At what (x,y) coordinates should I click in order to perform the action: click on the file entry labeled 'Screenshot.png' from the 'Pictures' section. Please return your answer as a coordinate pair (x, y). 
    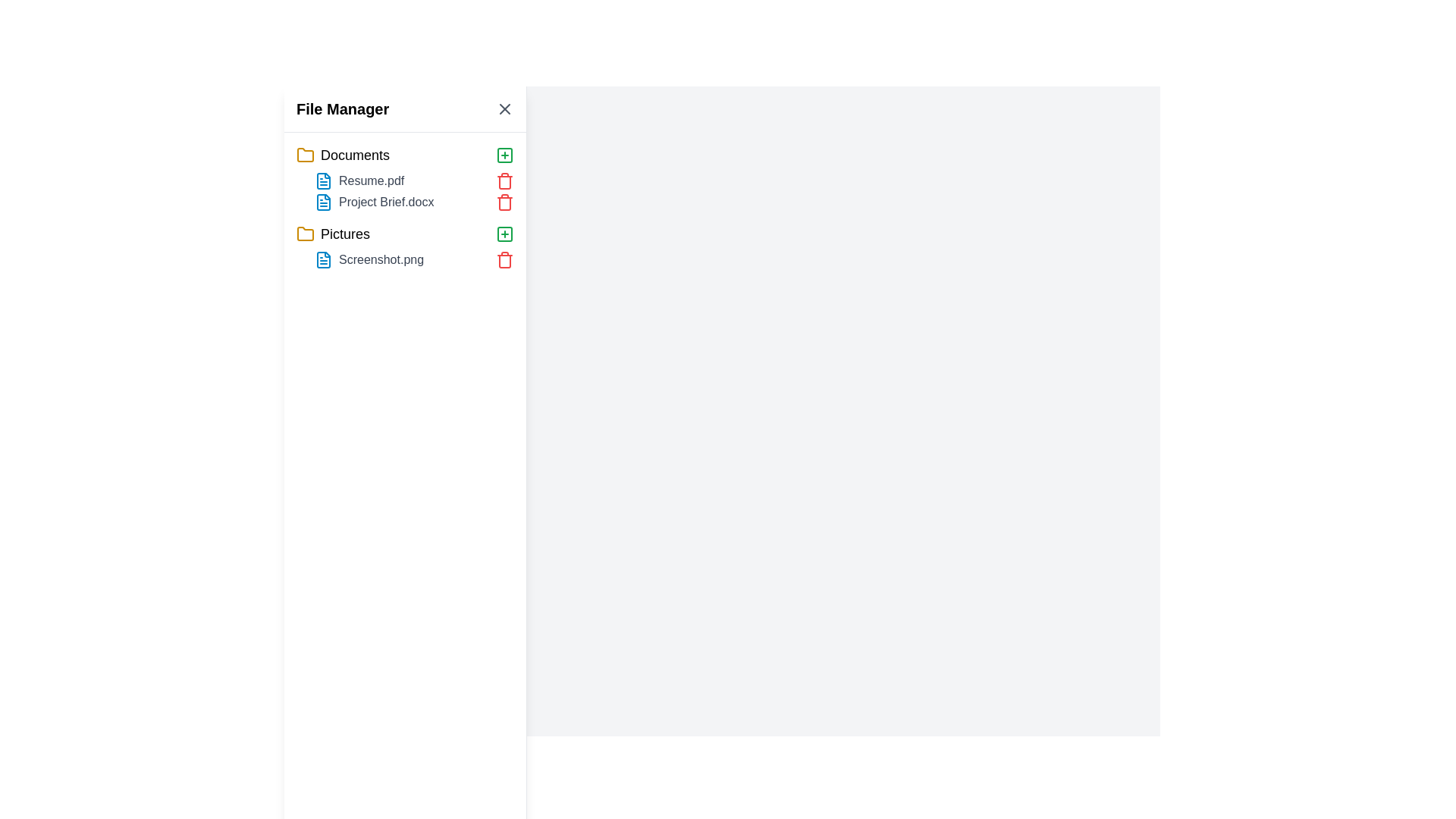
    Looking at the image, I should click on (405, 245).